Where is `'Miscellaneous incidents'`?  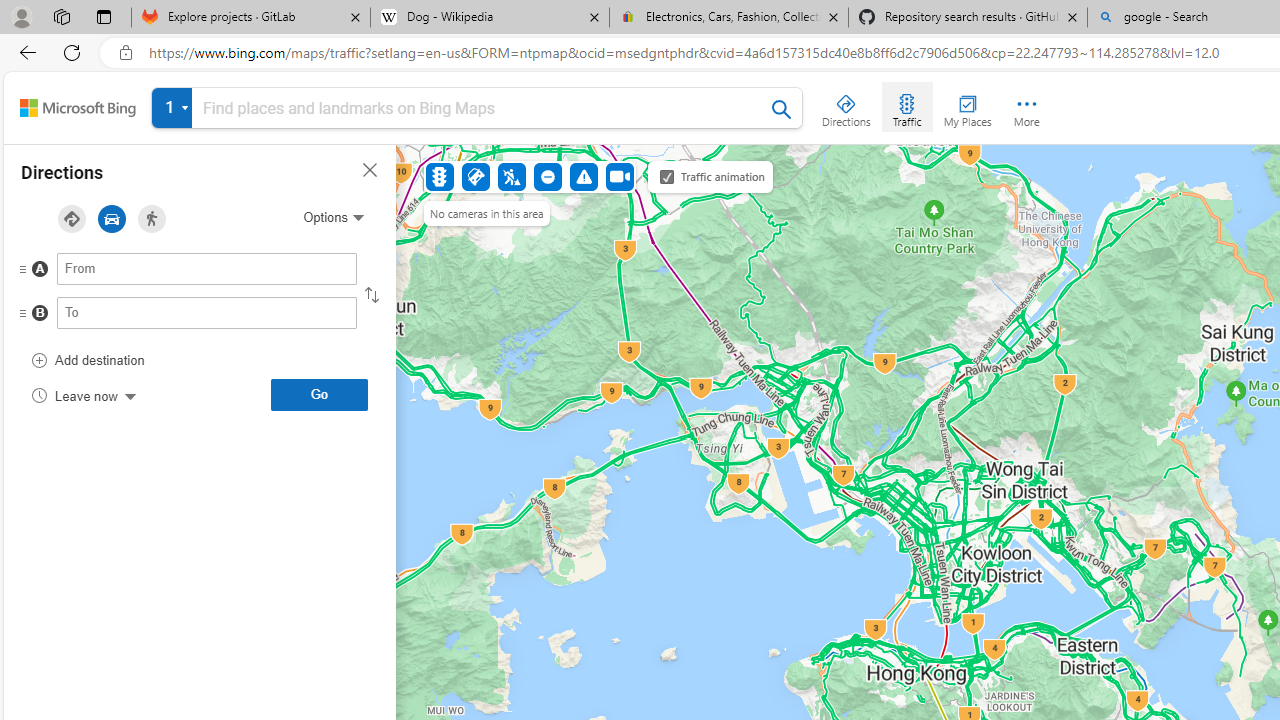
'Miscellaneous incidents' is located at coordinates (582, 175).